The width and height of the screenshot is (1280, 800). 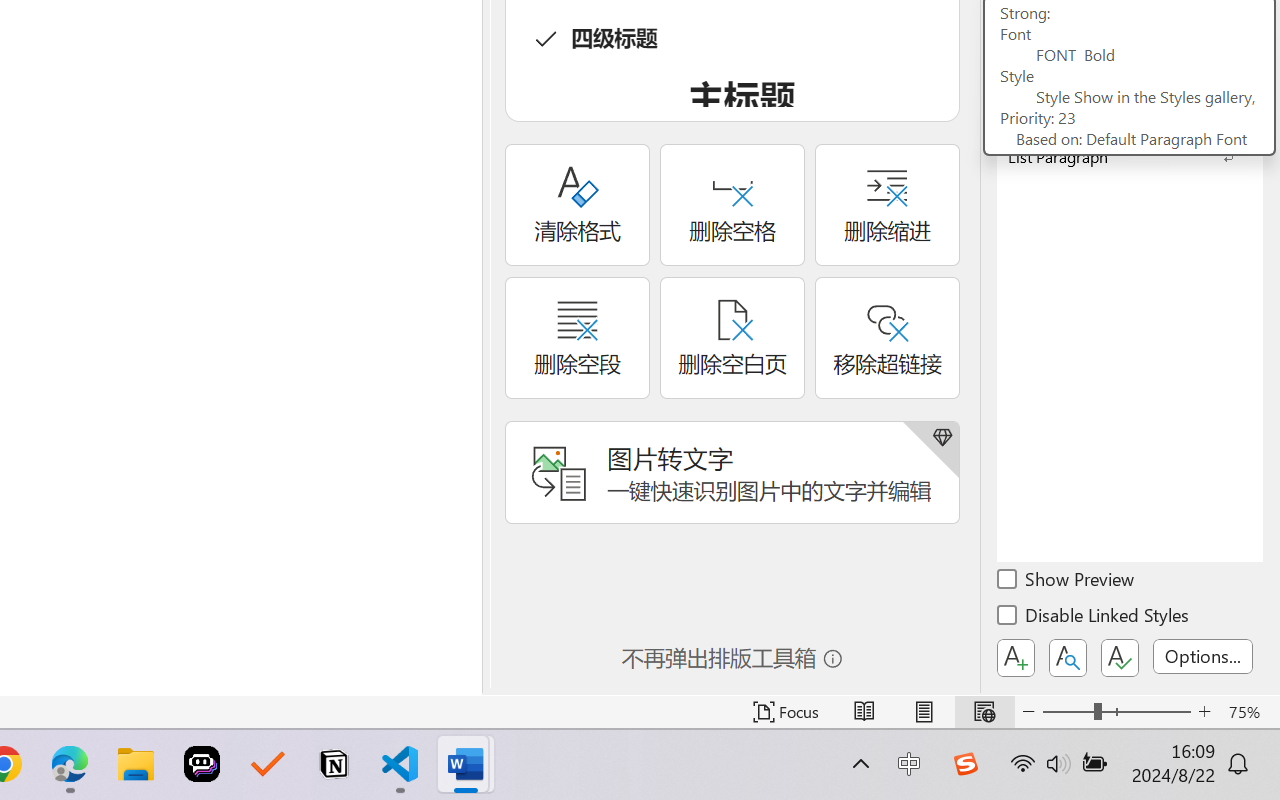 I want to click on 'Class: NetUIButton', so click(x=1120, y=657).